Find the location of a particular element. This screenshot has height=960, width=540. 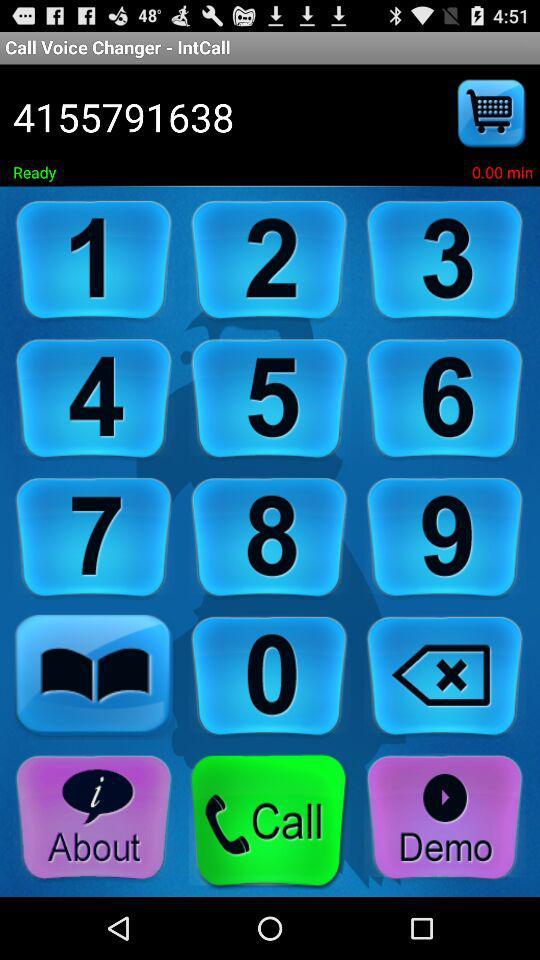

click number is located at coordinates (445, 537).